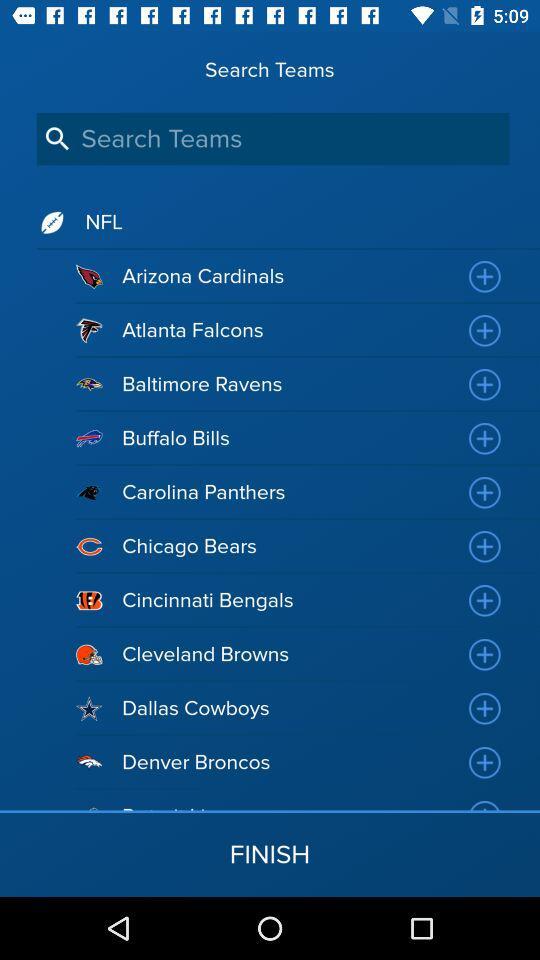 The image size is (540, 960). I want to click on the finish item, so click(270, 853).